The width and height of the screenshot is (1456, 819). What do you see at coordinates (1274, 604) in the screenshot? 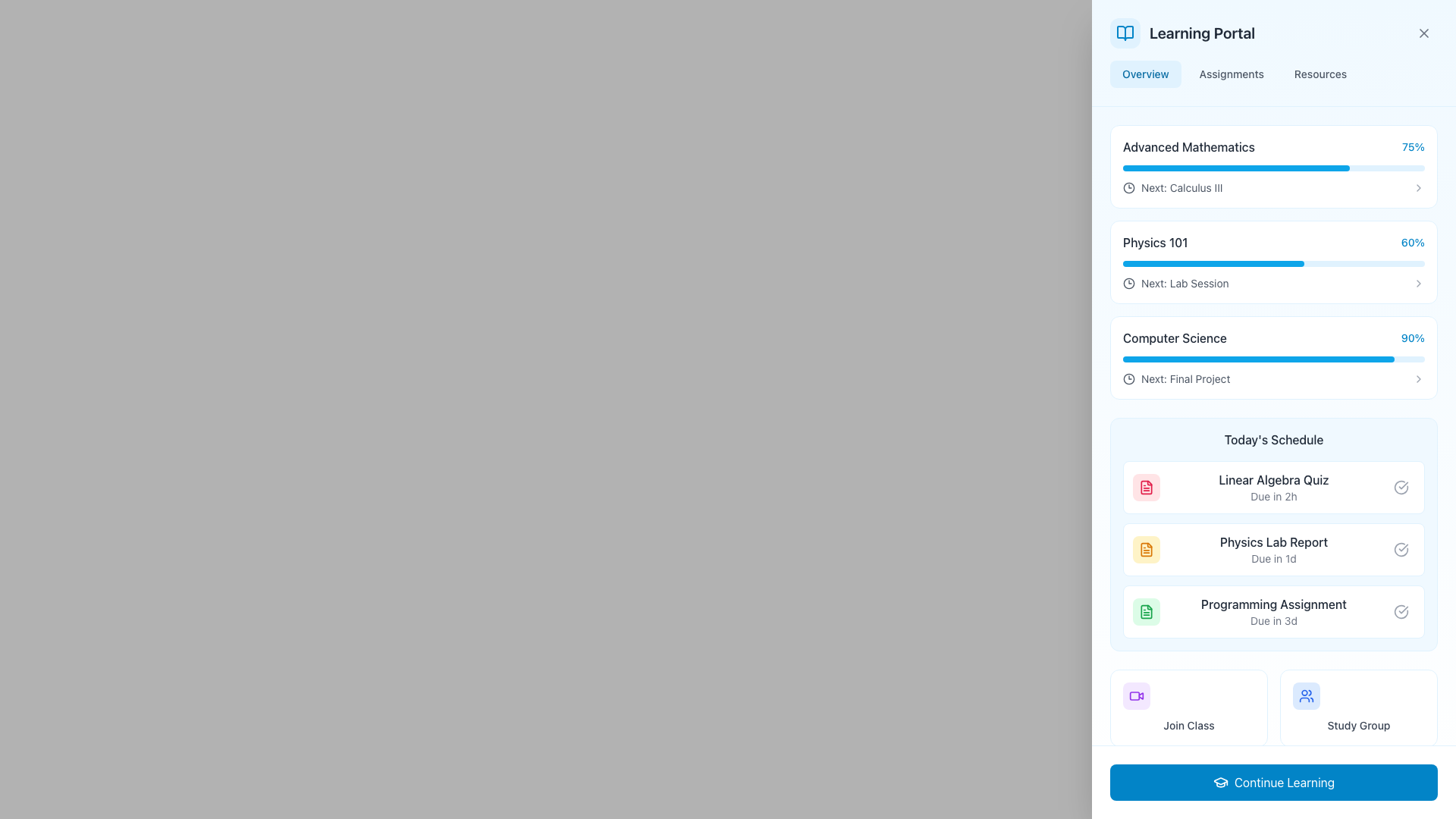
I see `the static text display showing 'Programming Assignment' located in the middle right section under 'Today's Schedule'` at bounding box center [1274, 604].